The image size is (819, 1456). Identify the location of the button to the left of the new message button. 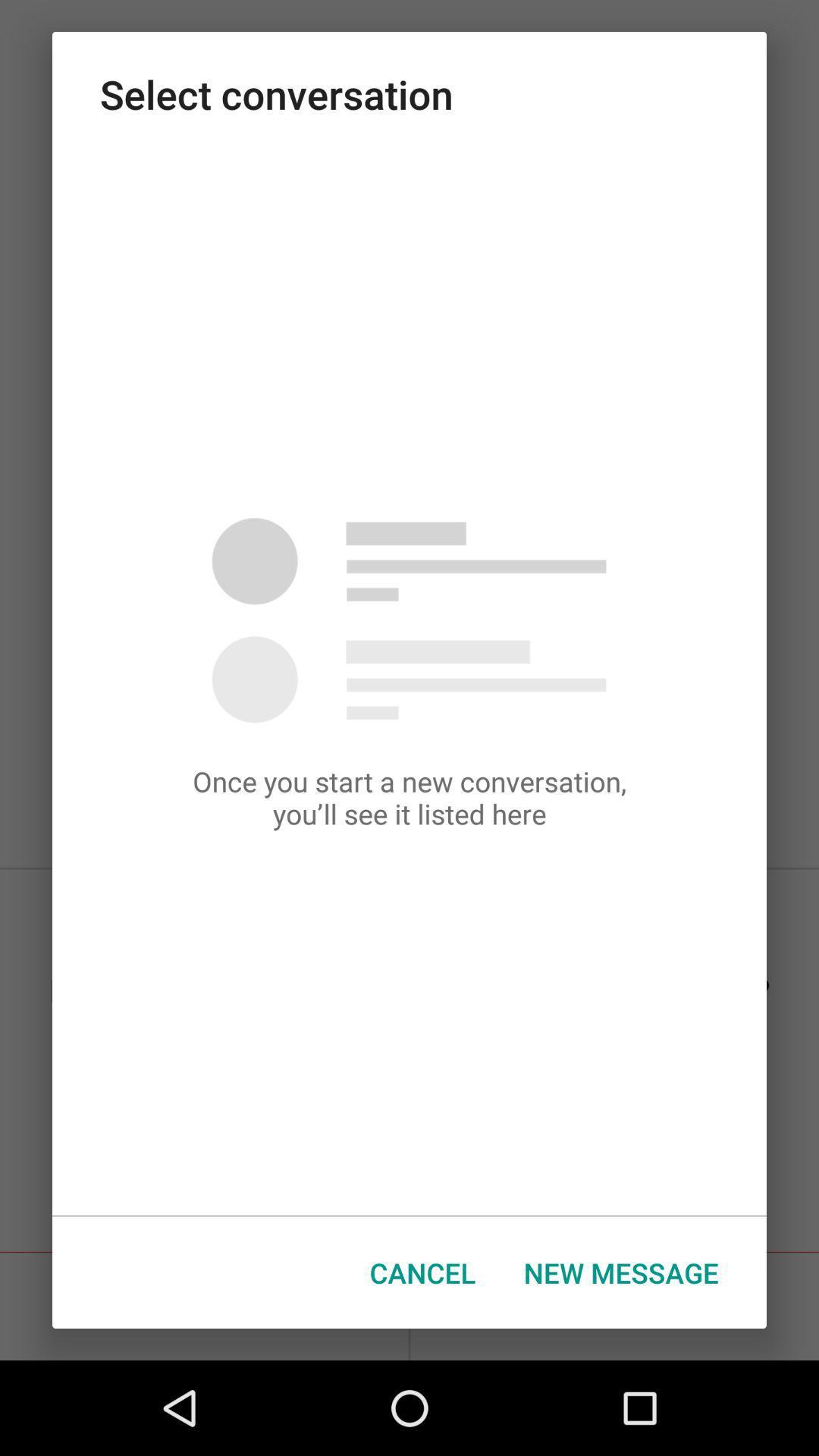
(422, 1272).